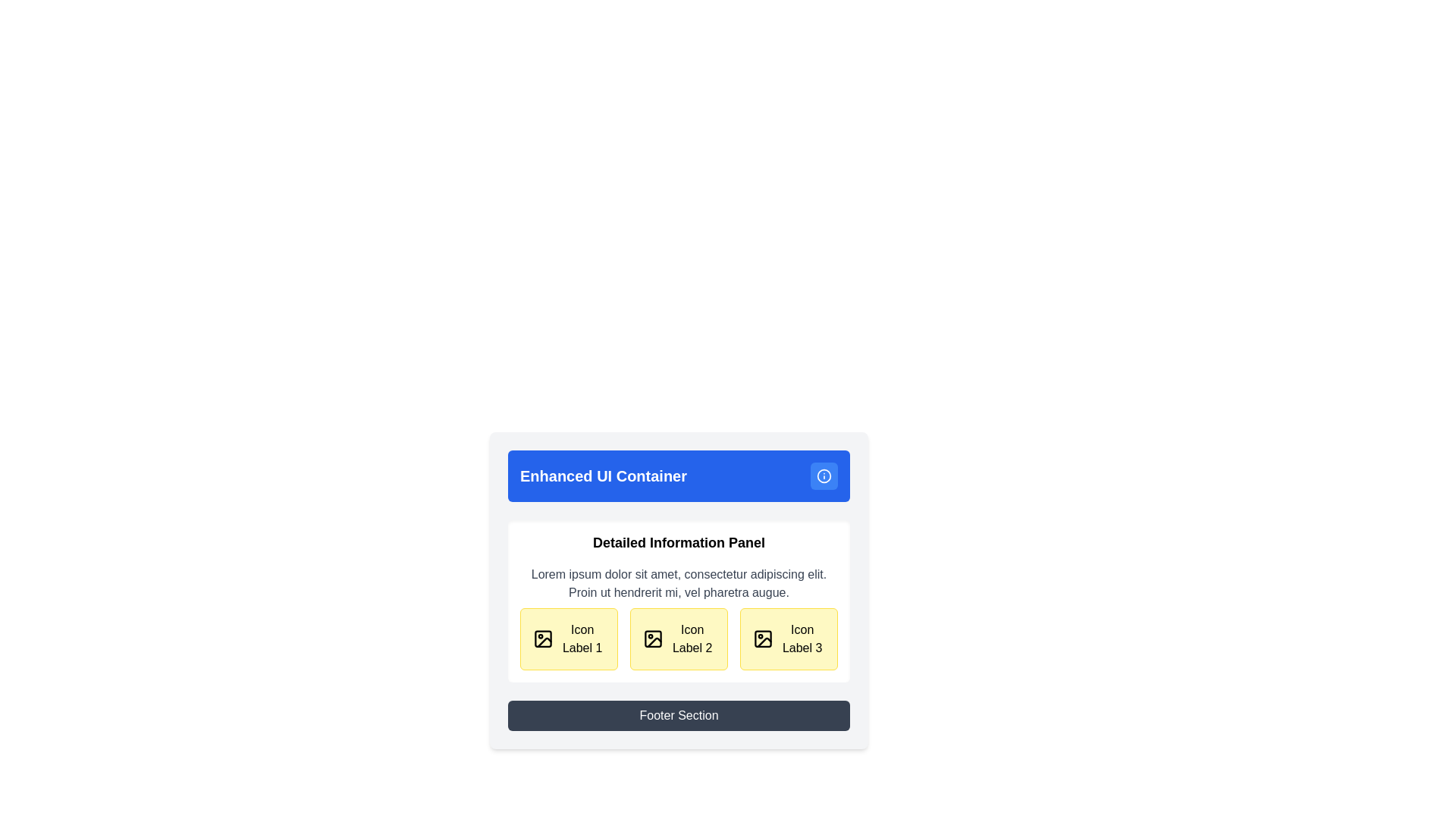  What do you see at coordinates (678, 716) in the screenshot?
I see `the text label displaying 'Footer Section' with a dark gray background to read its label` at bounding box center [678, 716].